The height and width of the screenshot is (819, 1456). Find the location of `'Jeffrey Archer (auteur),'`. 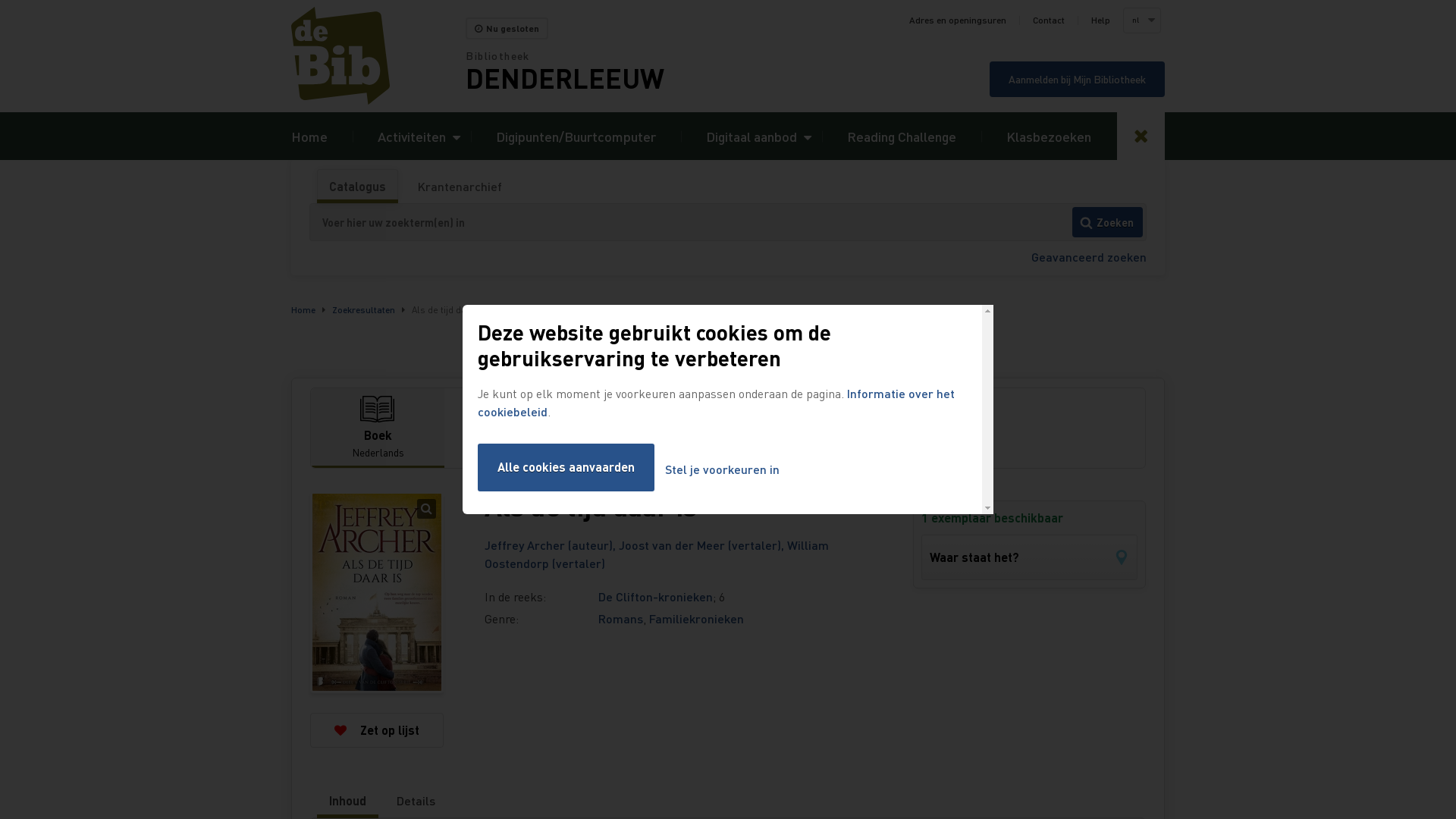

'Jeffrey Archer (auteur),' is located at coordinates (483, 544).